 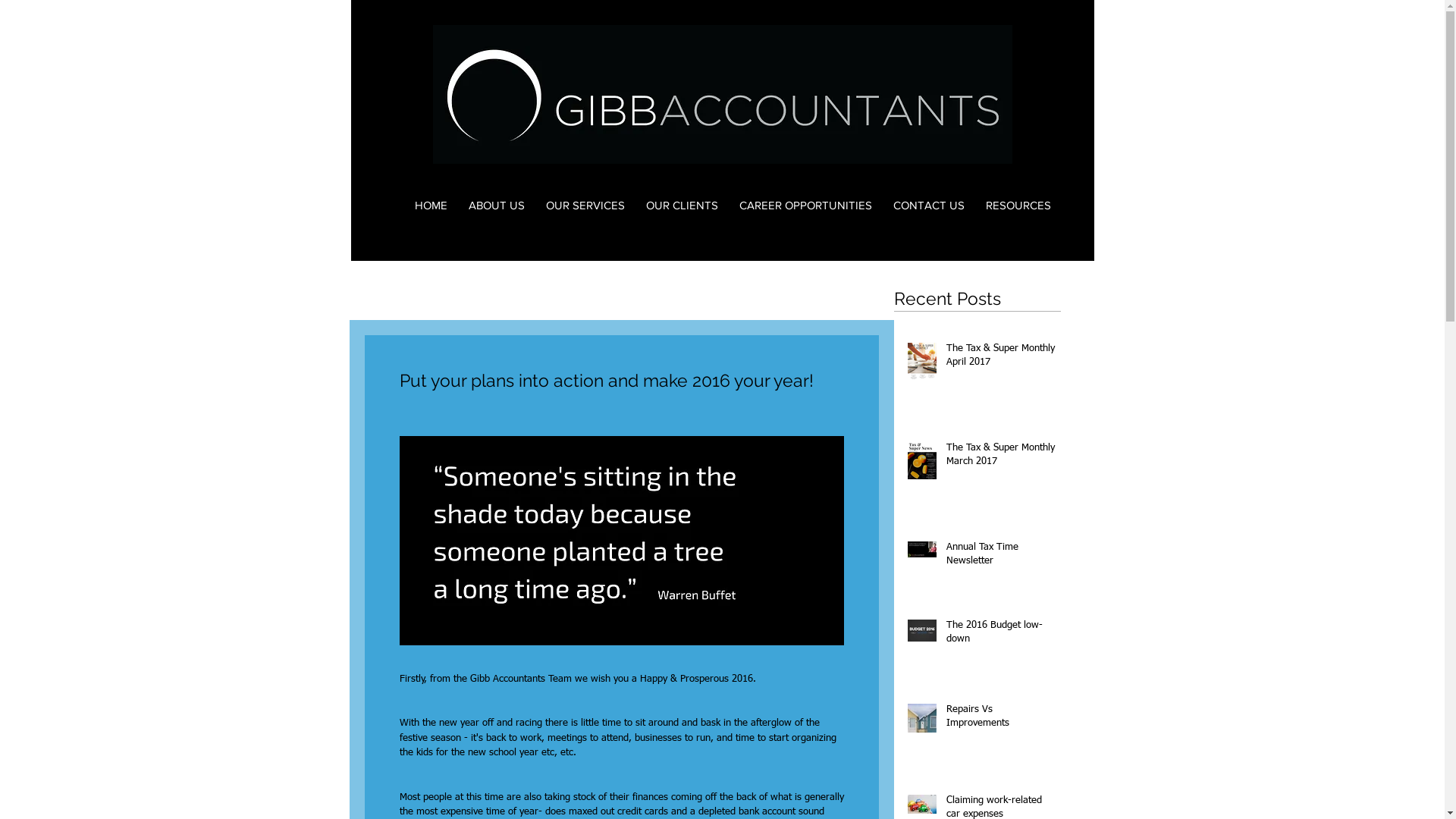 I want to click on 'ABOUT US', so click(x=496, y=205).